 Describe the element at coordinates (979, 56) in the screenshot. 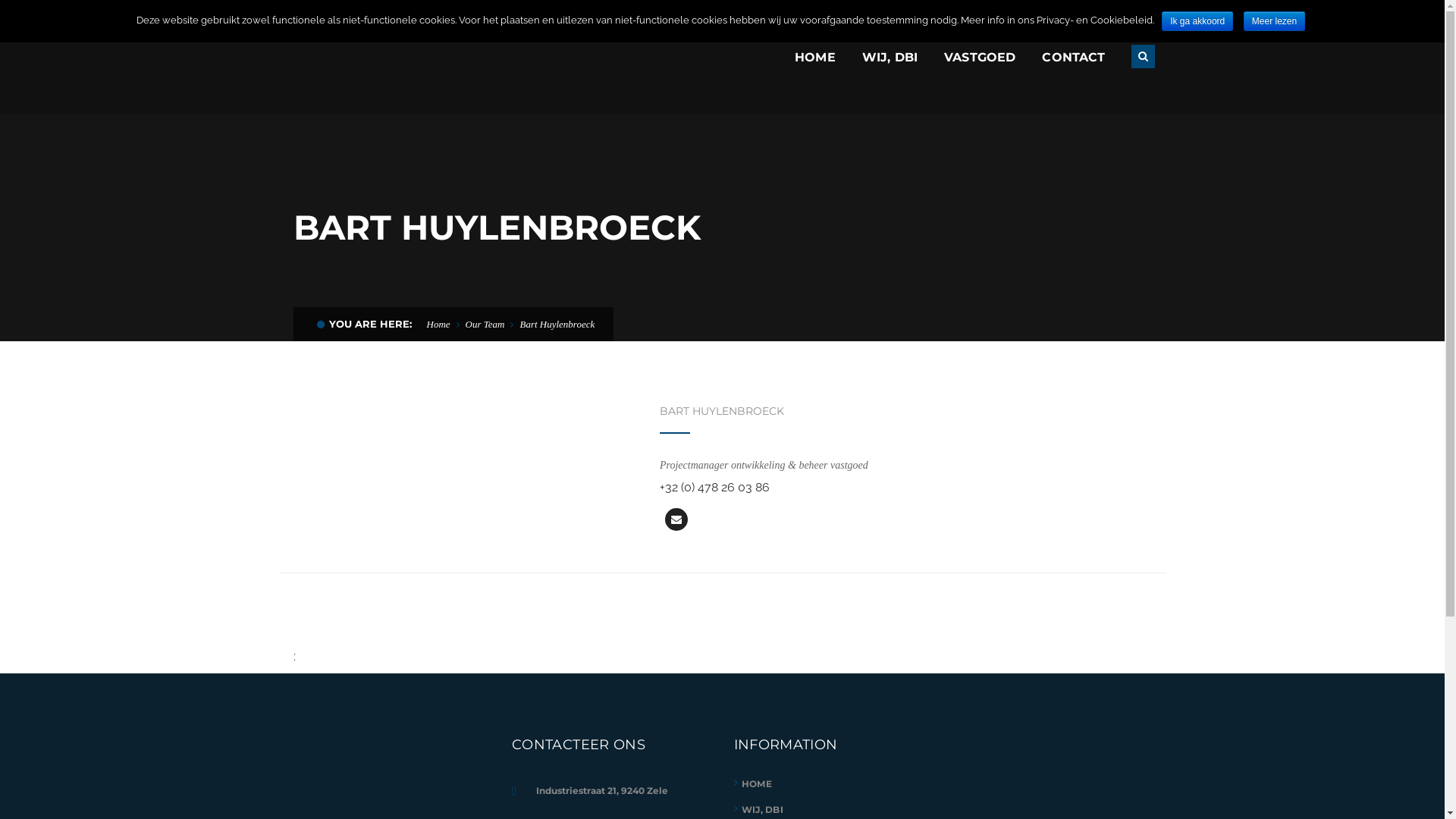

I see `'VASTGOED'` at that location.